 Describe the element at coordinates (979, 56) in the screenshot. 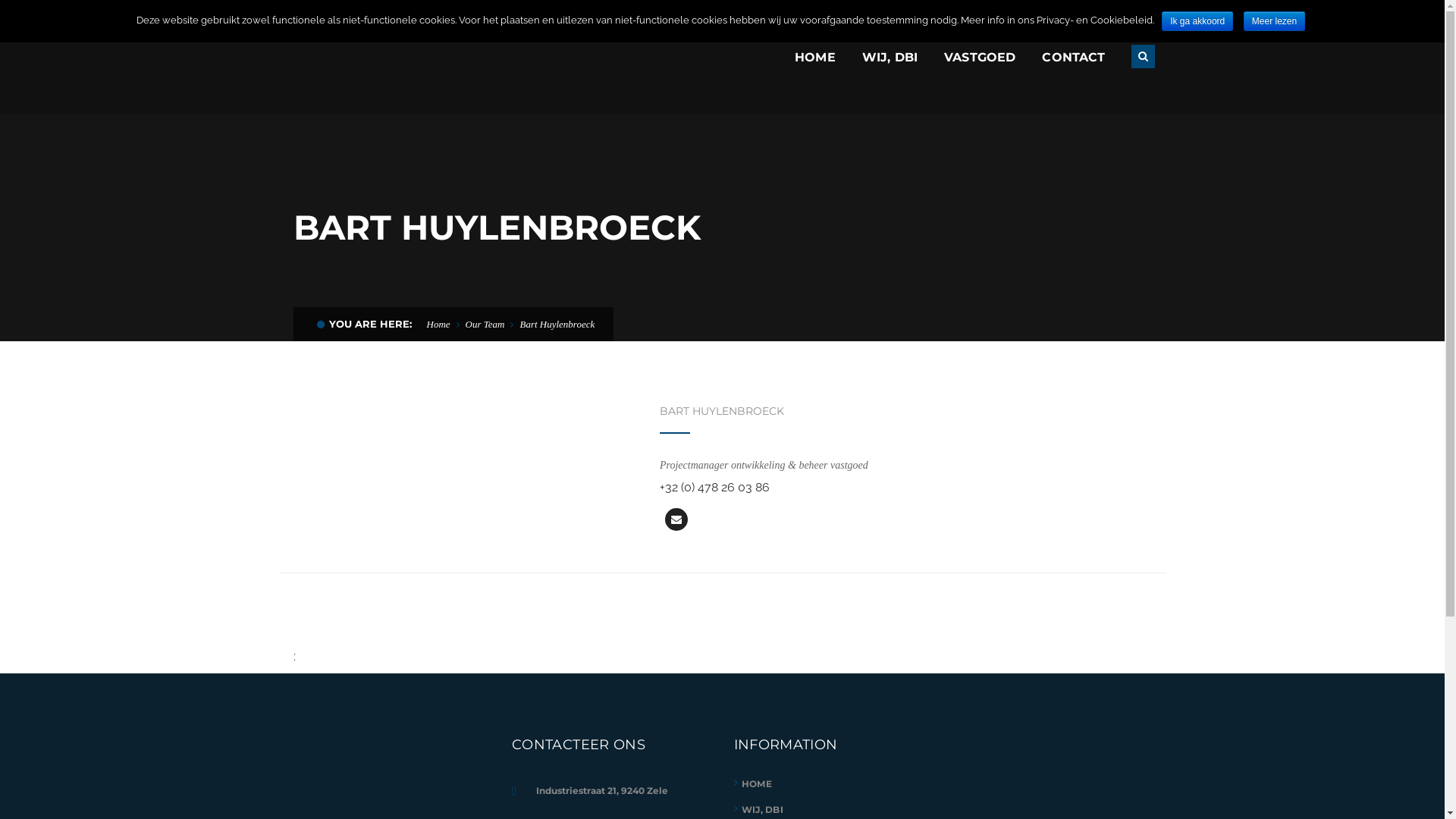

I see `'VASTGOED'` at that location.